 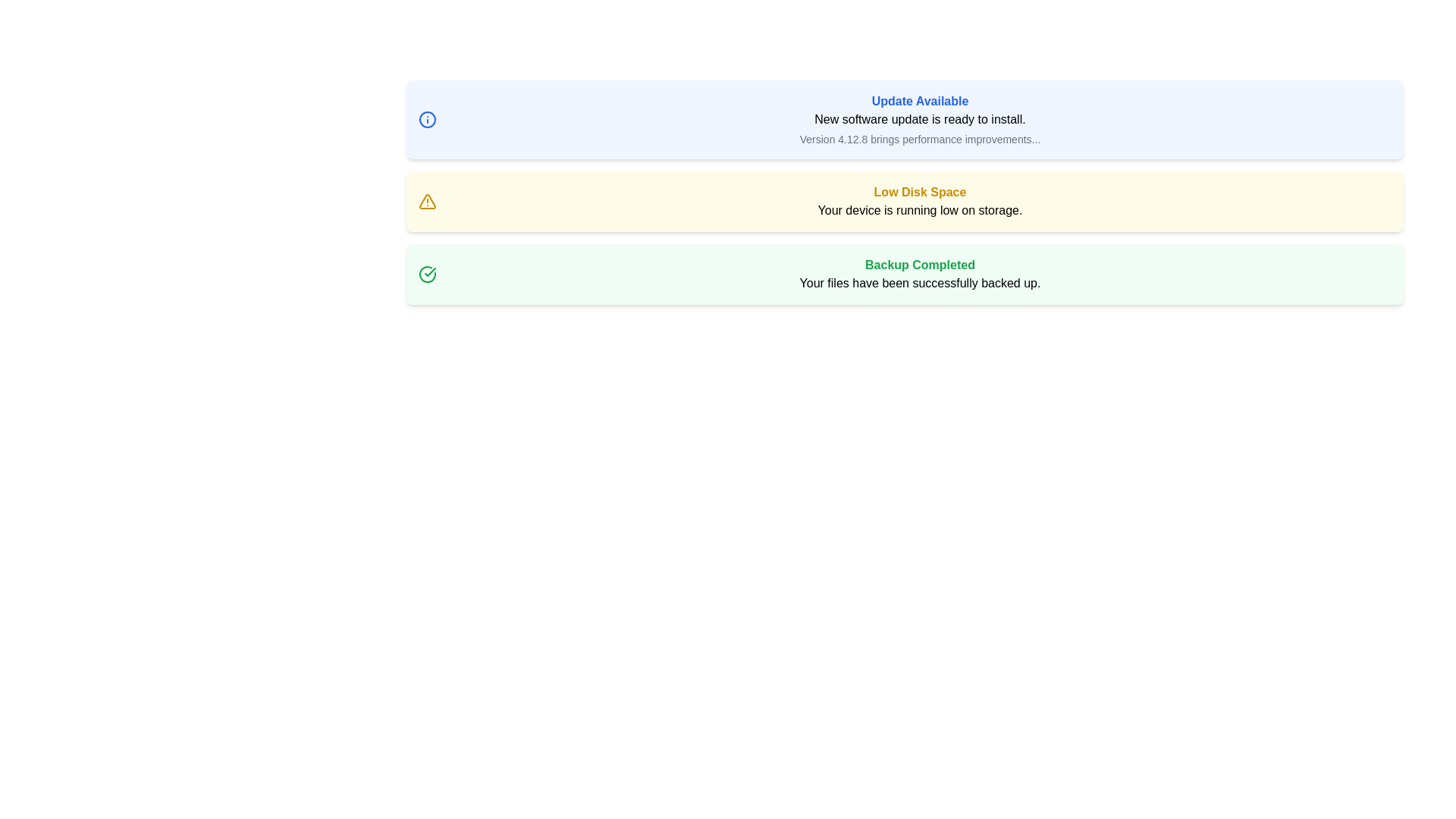 What do you see at coordinates (427, 275) in the screenshot?
I see `the icon with a green outline and checkmark indicating successful action, located at the left side of the 'Backup Completed' alert box` at bounding box center [427, 275].